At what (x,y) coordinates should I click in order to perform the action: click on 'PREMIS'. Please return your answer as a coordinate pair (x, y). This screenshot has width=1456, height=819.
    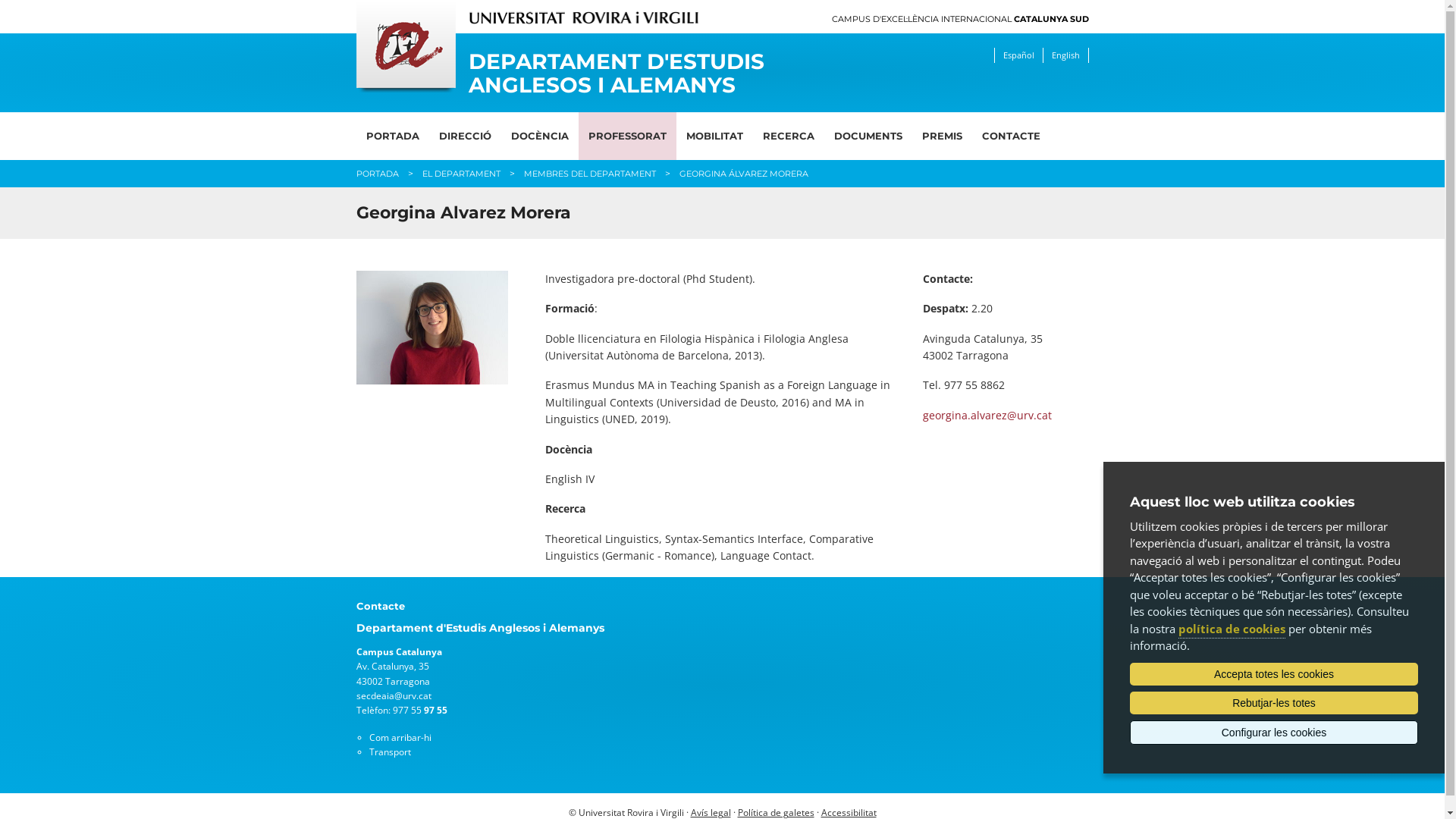
    Looking at the image, I should click on (940, 135).